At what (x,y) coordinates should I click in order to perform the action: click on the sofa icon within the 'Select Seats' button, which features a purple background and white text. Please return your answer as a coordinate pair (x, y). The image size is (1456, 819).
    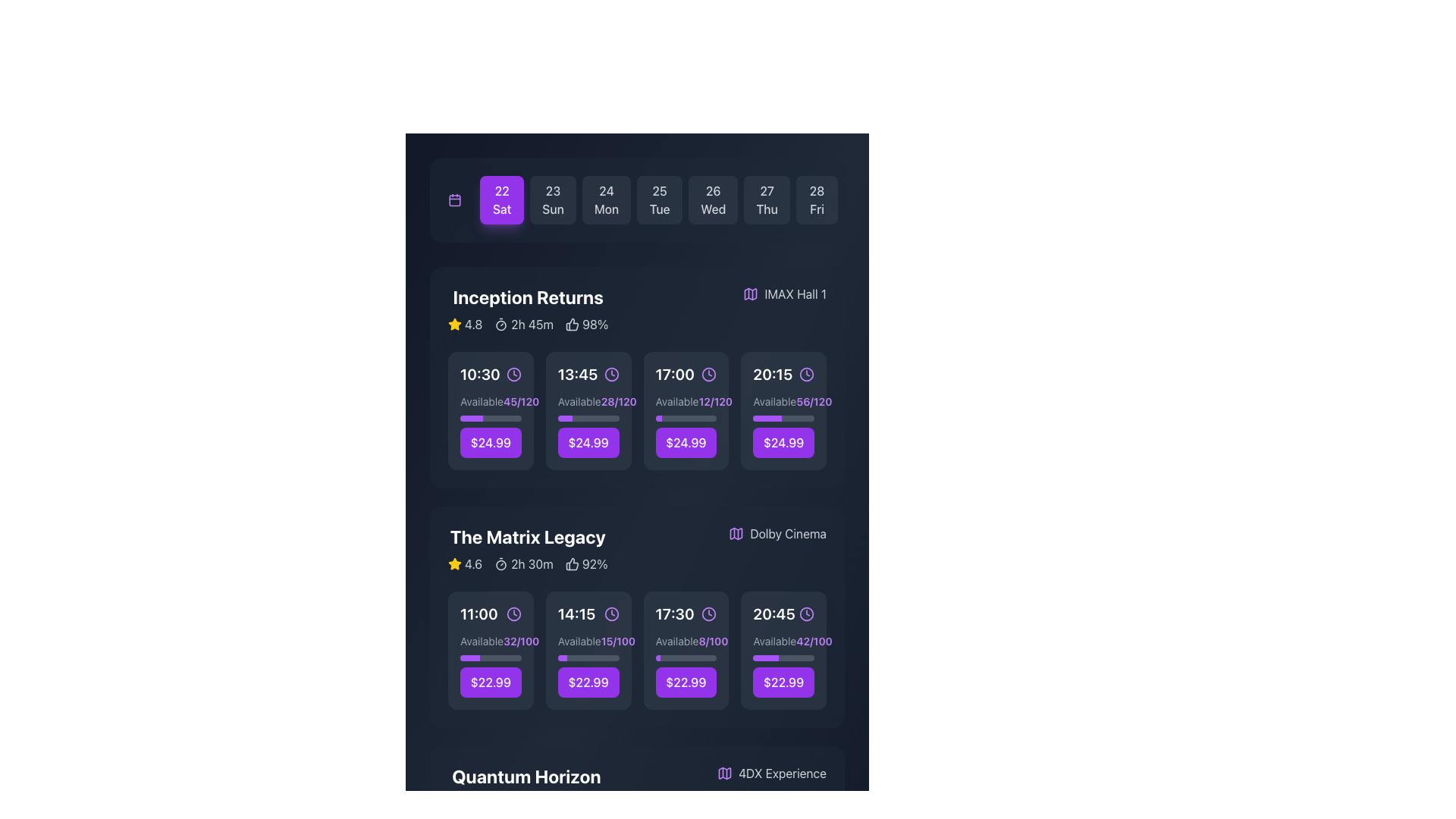
    Looking at the image, I should click on (564, 411).